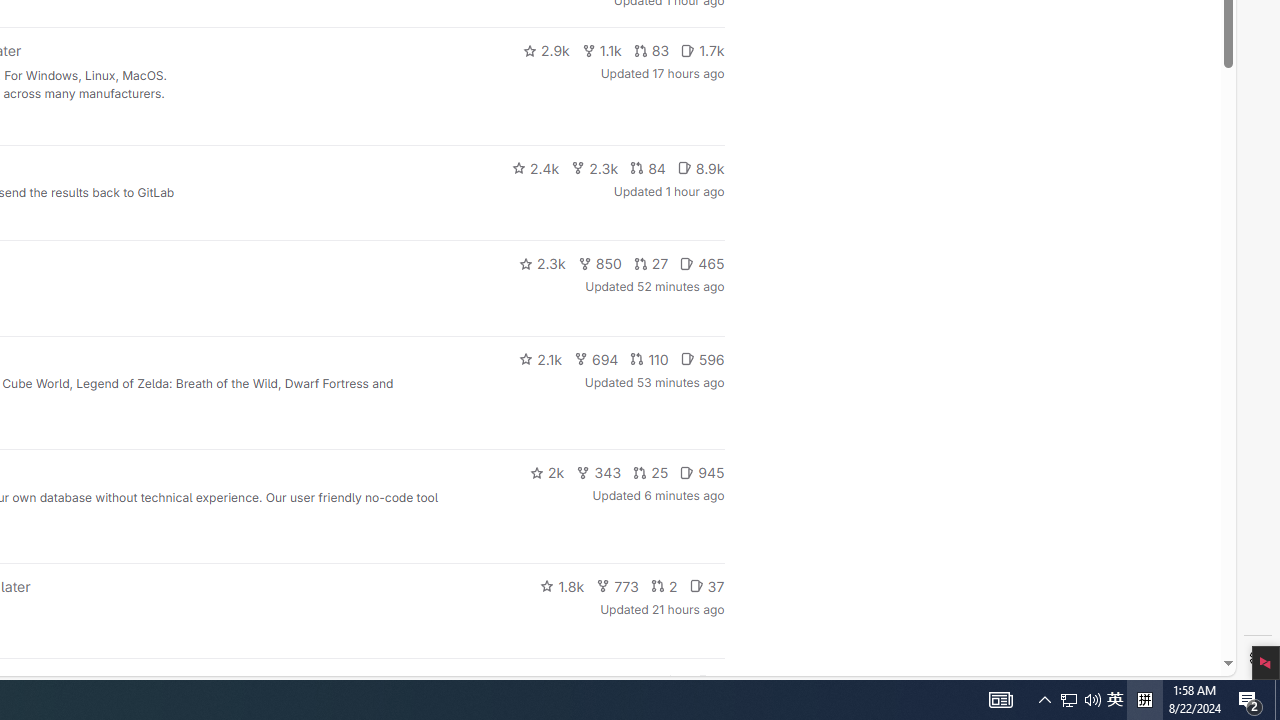 The height and width of the screenshot is (720, 1280). Describe the element at coordinates (651, 473) in the screenshot. I see `'25'` at that location.